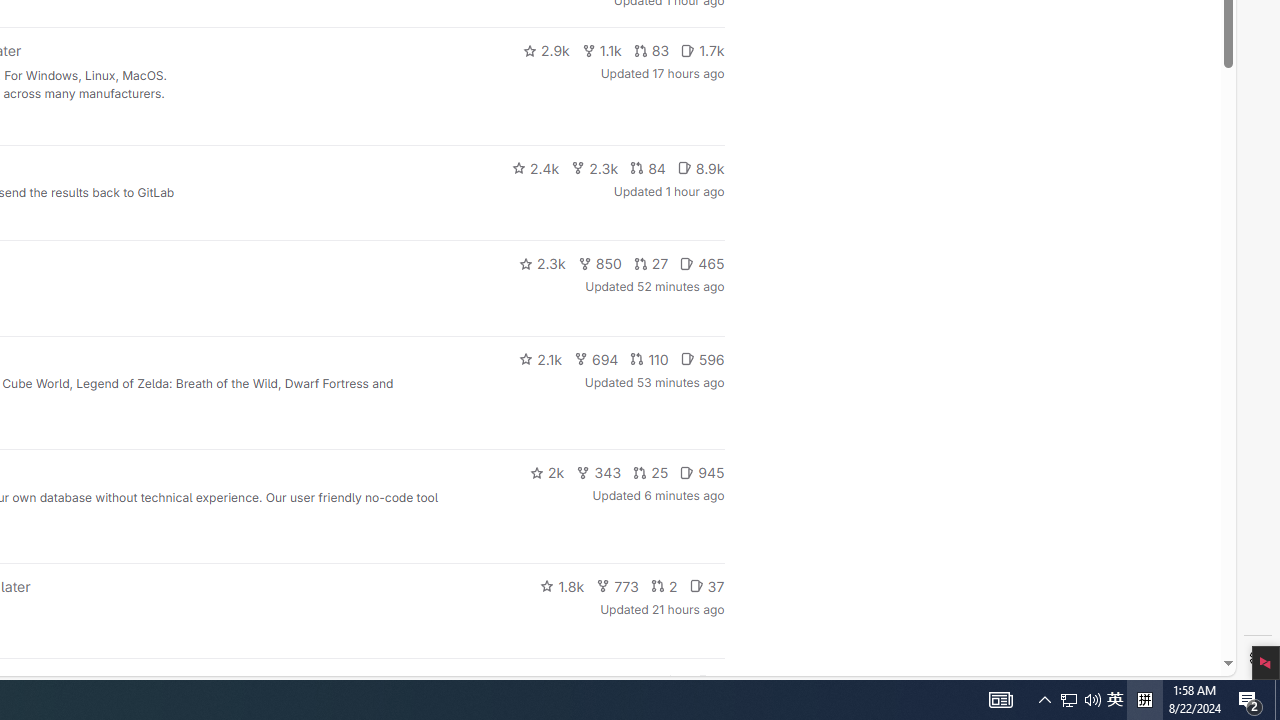 The height and width of the screenshot is (720, 1280). Describe the element at coordinates (651, 473) in the screenshot. I see `'25'` at that location.